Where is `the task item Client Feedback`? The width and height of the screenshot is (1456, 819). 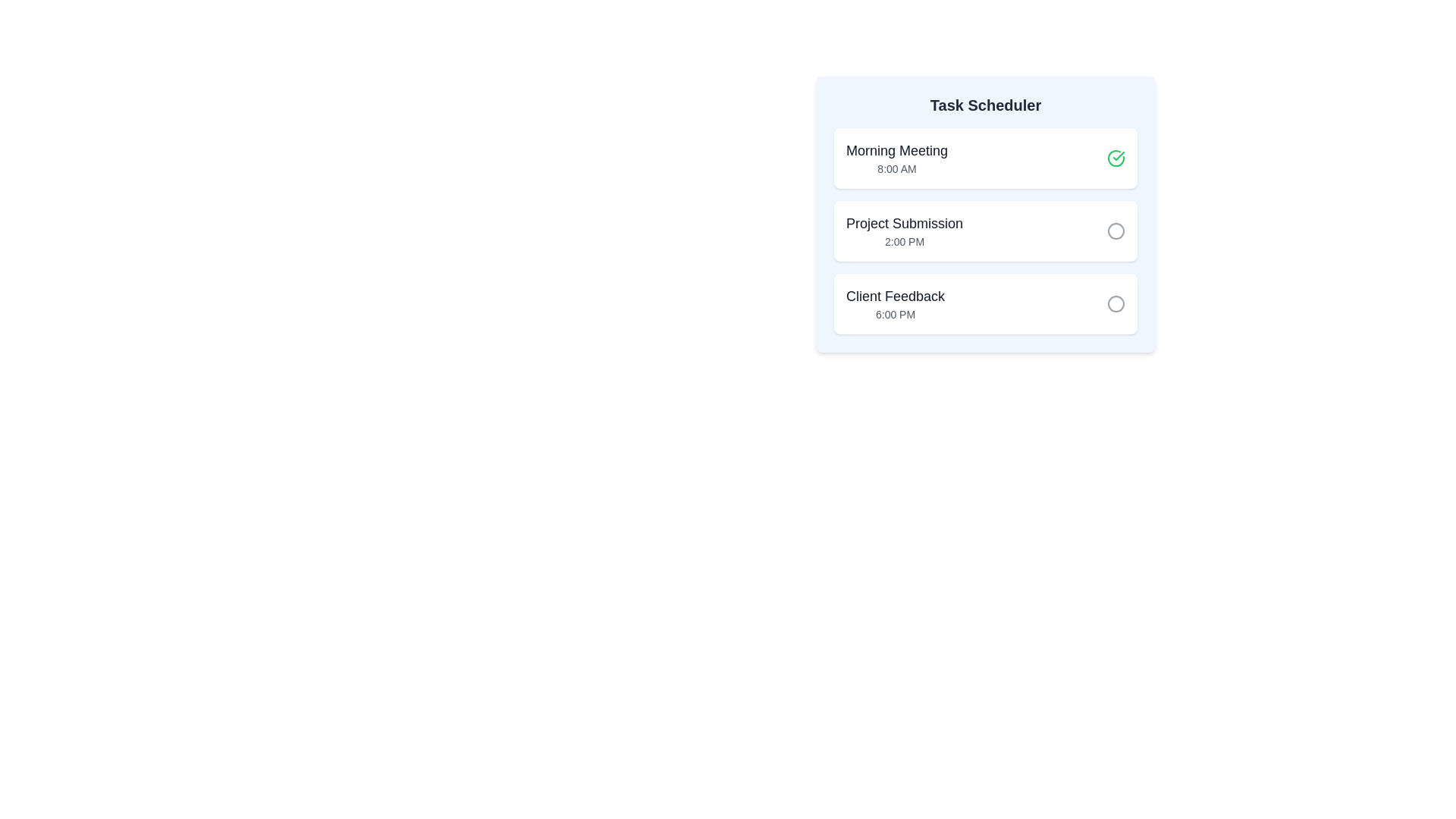
the task item Client Feedback is located at coordinates (986, 304).